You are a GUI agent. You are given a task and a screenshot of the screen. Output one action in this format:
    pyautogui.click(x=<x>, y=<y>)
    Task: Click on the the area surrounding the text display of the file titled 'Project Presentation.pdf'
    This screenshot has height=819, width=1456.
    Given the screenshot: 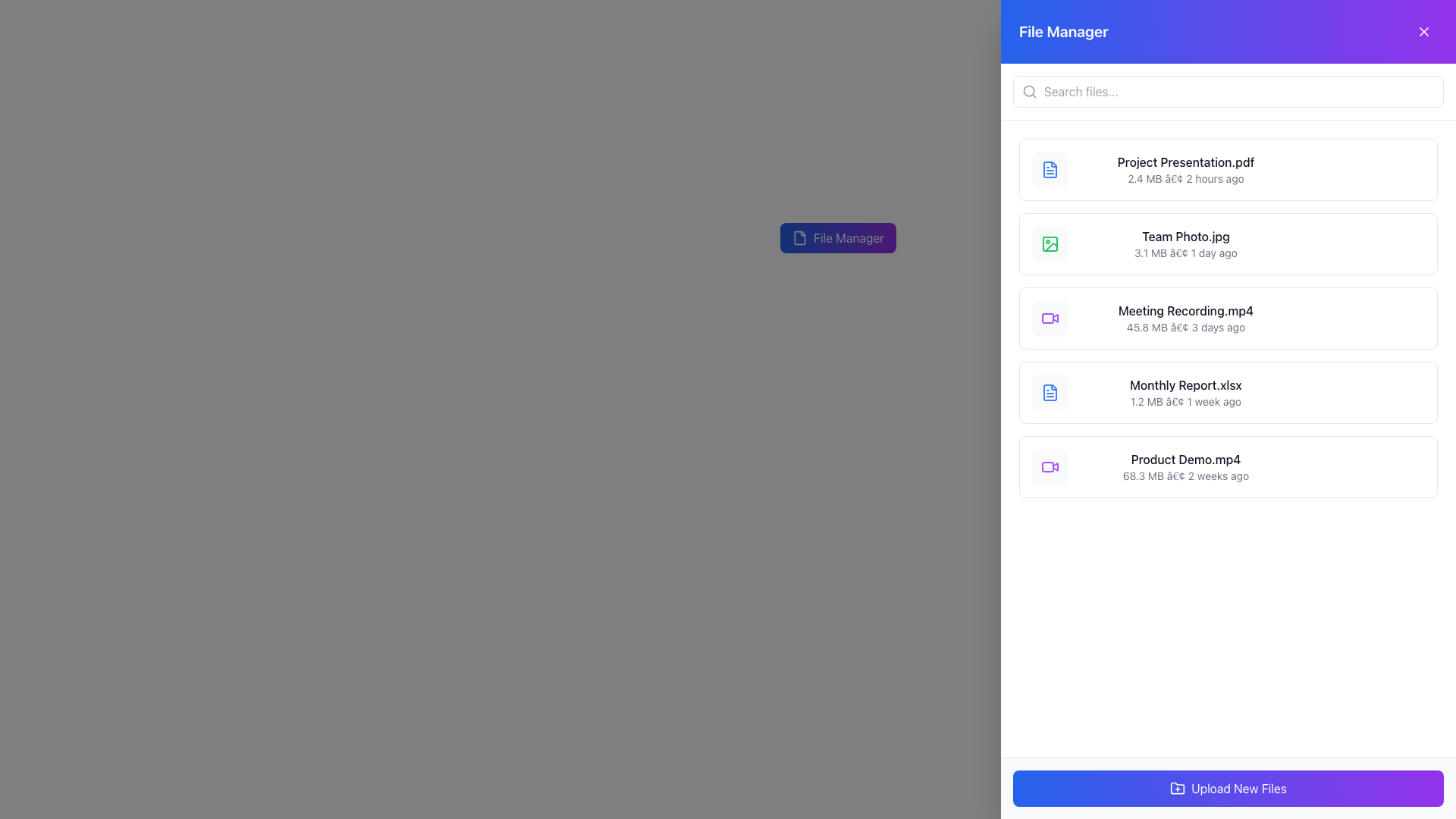 What is the action you would take?
    pyautogui.click(x=1185, y=169)
    